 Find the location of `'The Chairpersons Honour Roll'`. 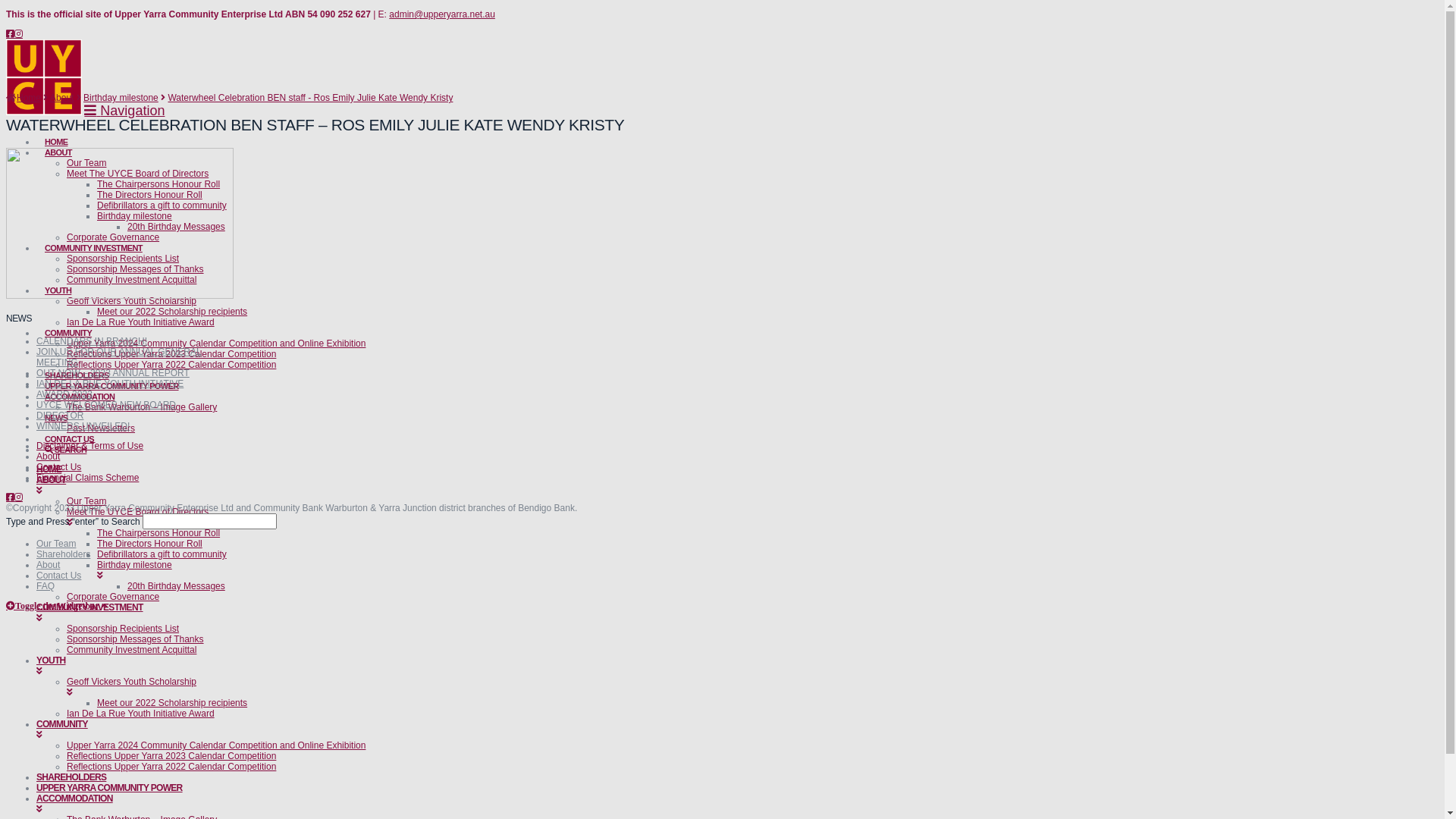

'The Chairpersons Honour Roll' is located at coordinates (158, 184).